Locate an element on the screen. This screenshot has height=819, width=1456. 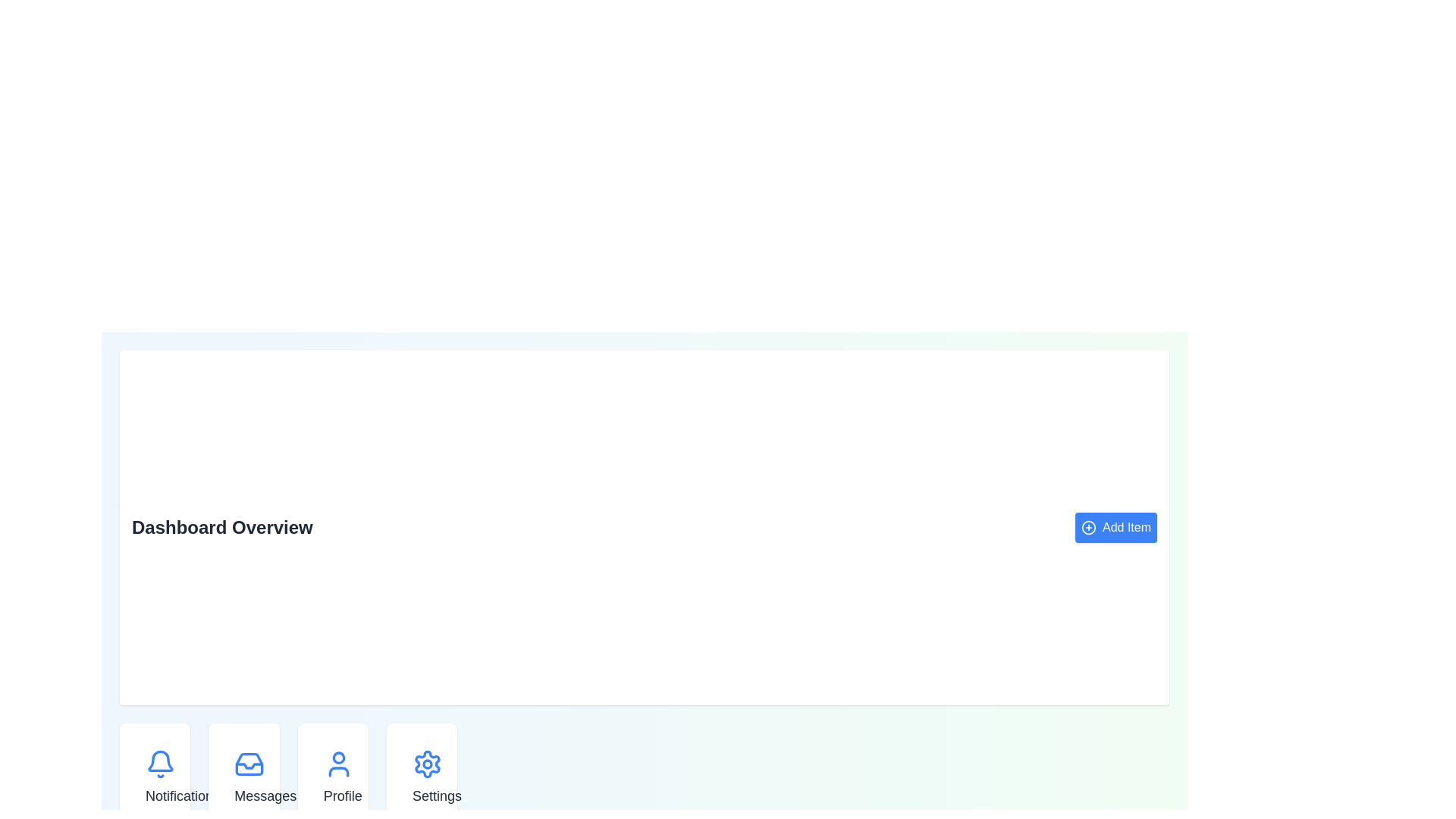
the user profile icon, which is a blue circular icon above the 'Profile' label, located in the third position of the bottom navigation bar is located at coordinates (337, 764).